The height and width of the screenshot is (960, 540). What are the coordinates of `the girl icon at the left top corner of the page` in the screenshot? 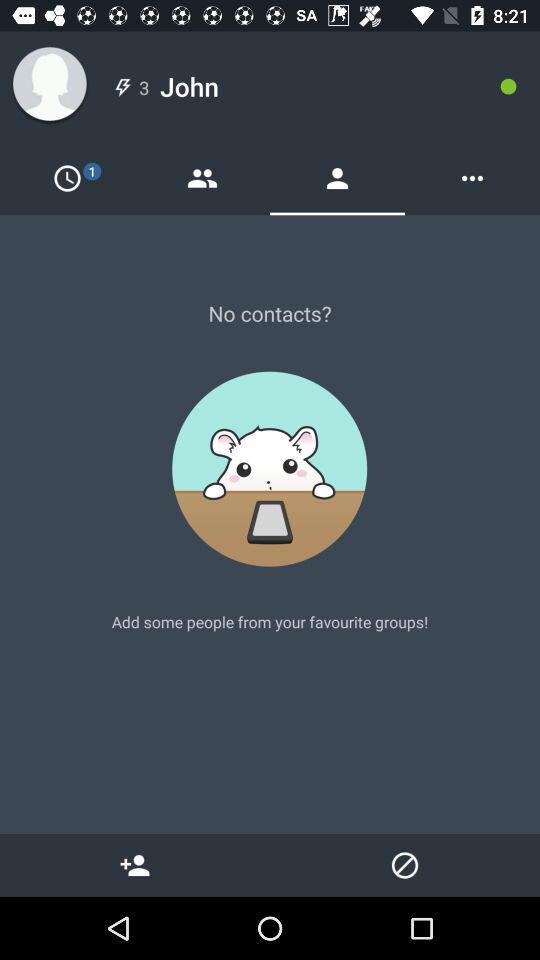 It's located at (50, 86).